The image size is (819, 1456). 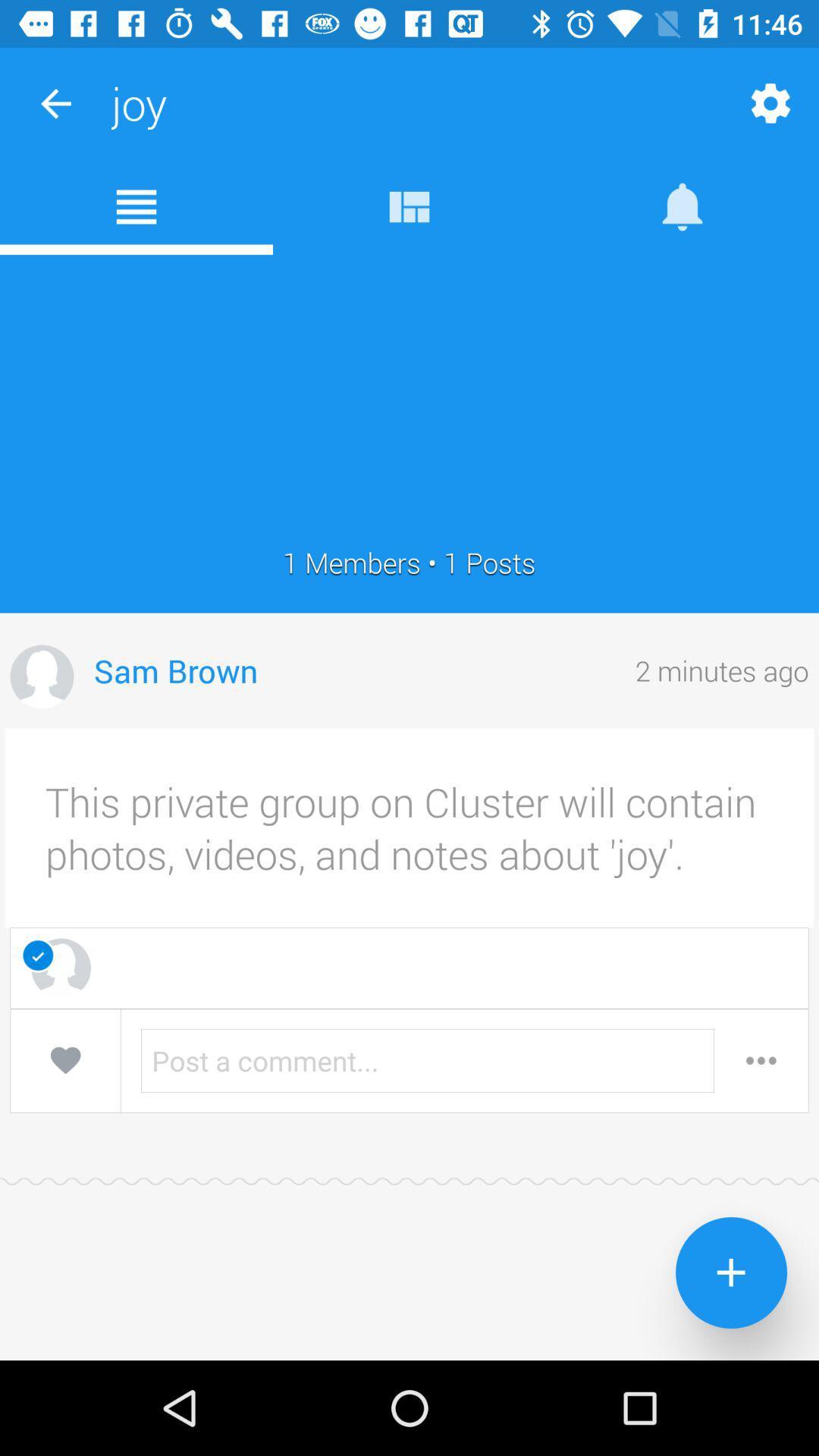 I want to click on heart the group, so click(x=64, y=1059).